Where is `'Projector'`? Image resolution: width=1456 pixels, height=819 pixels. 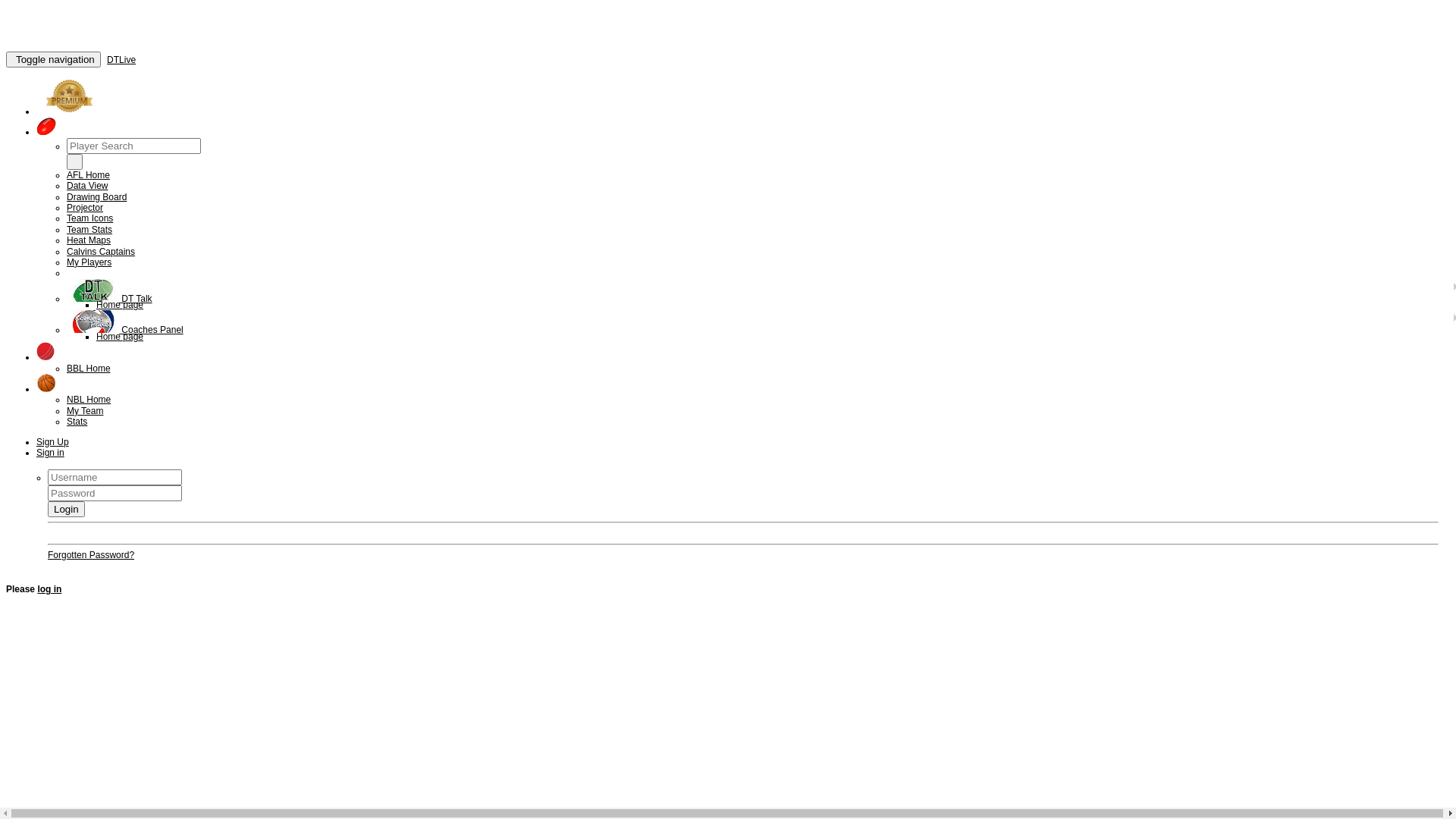
'Projector' is located at coordinates (83, 207).